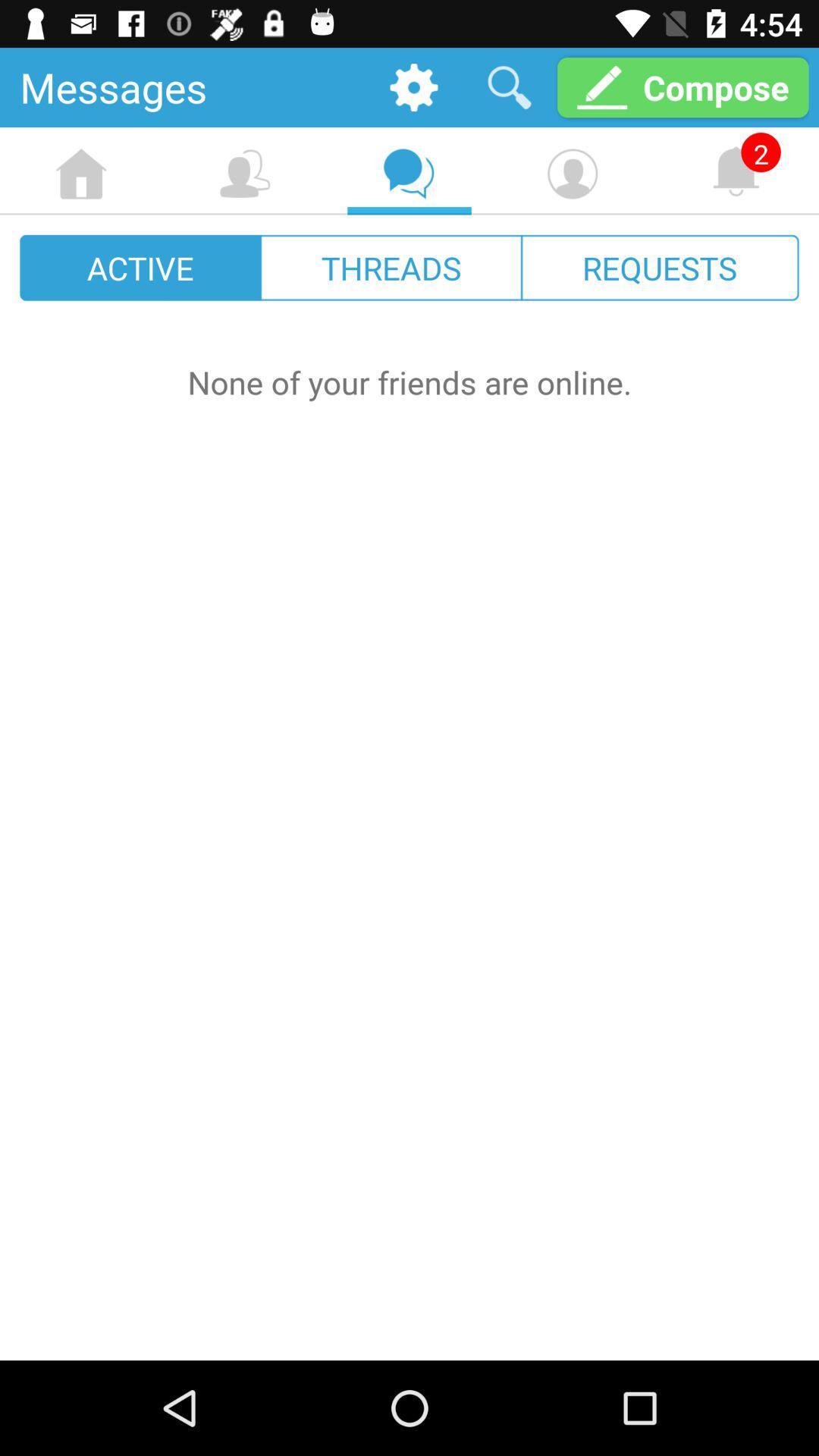 The image size is (819, 1456). What do you see at coordinates (659, 268) in the screenshot?
I see `the item to the right of the threads icon` at bounding box center [659, 268].